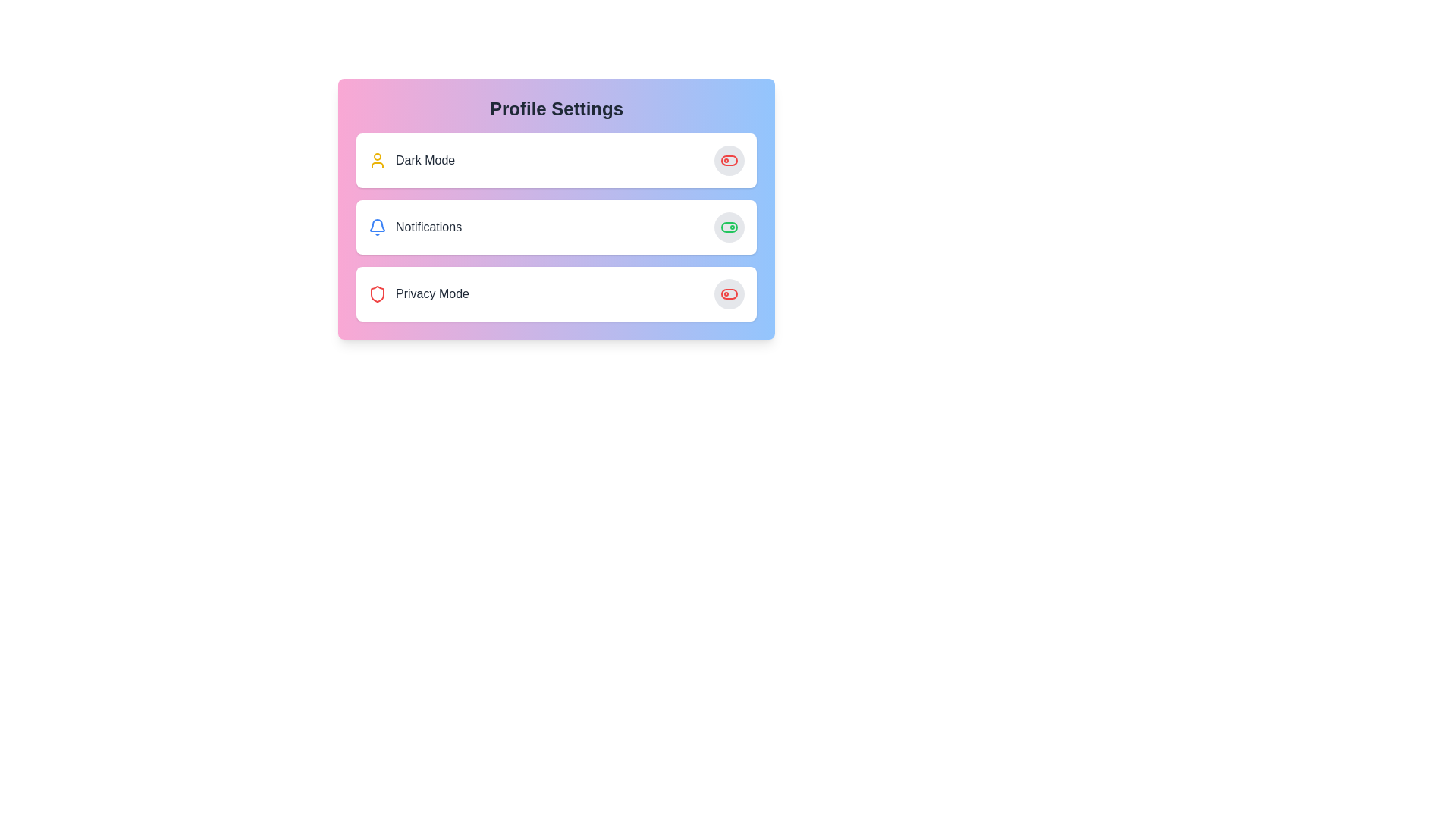 The width and height of the screenshot is (1456, 819). I want to click on the bell-shaped notification icon with a blue stroke and white center, located in the second row under 'Profile Settings' labeled 'Notifications', so click(378, 225).